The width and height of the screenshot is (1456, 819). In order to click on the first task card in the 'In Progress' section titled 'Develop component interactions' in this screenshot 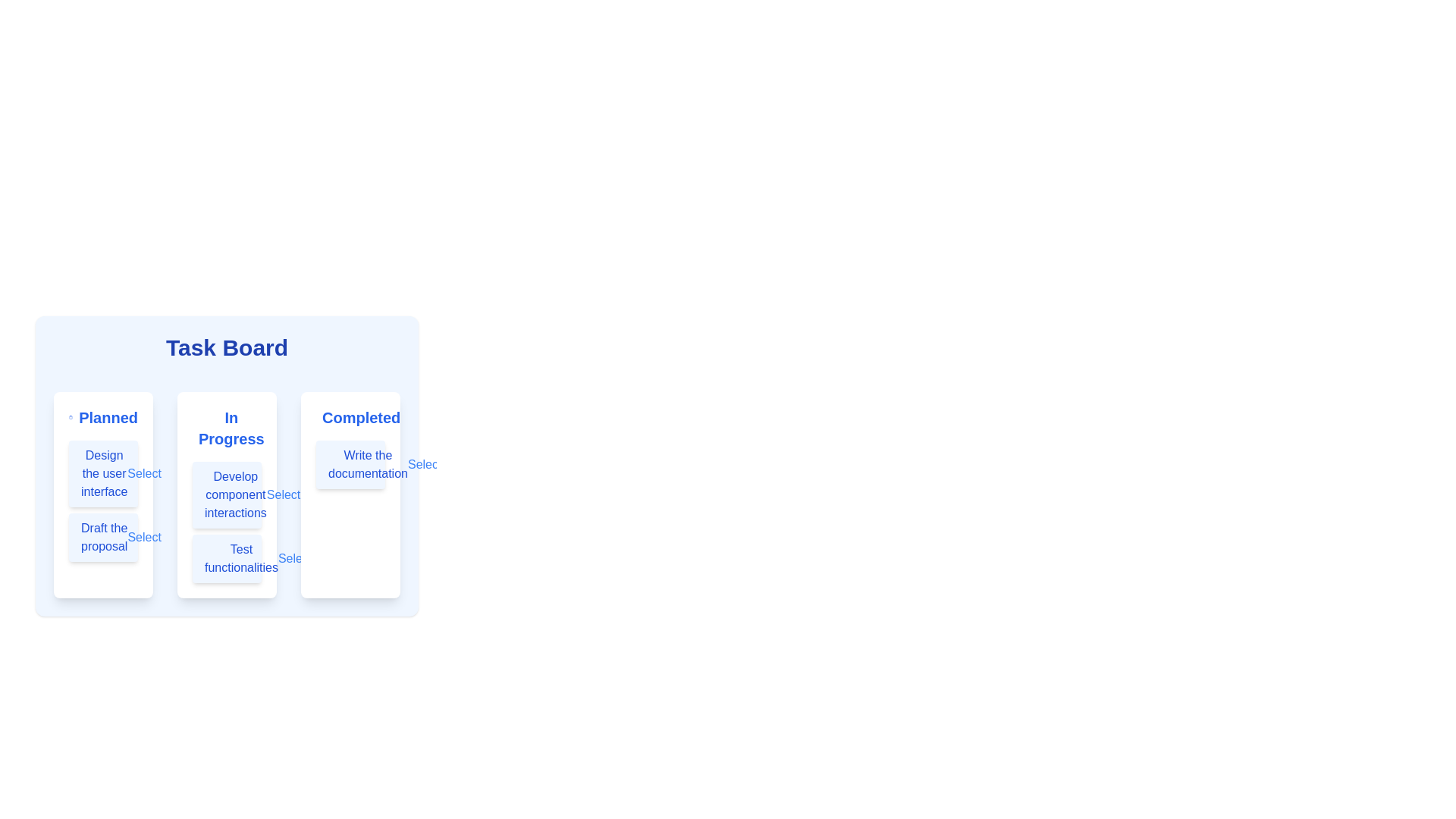, I will do `click(226, 494)`.